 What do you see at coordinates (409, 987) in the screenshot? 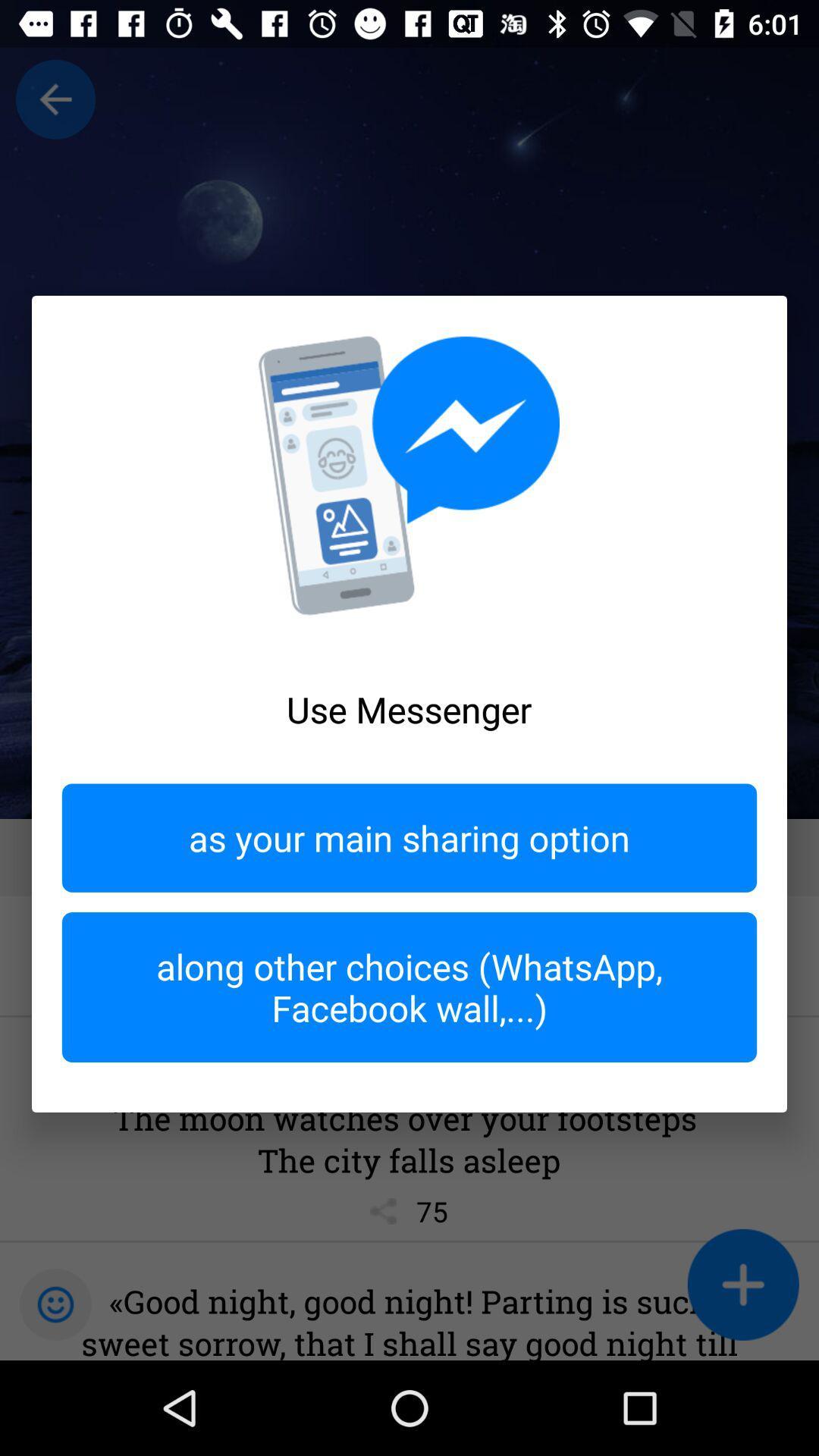
I see `along other choices item` at bounding box center [409, 987].